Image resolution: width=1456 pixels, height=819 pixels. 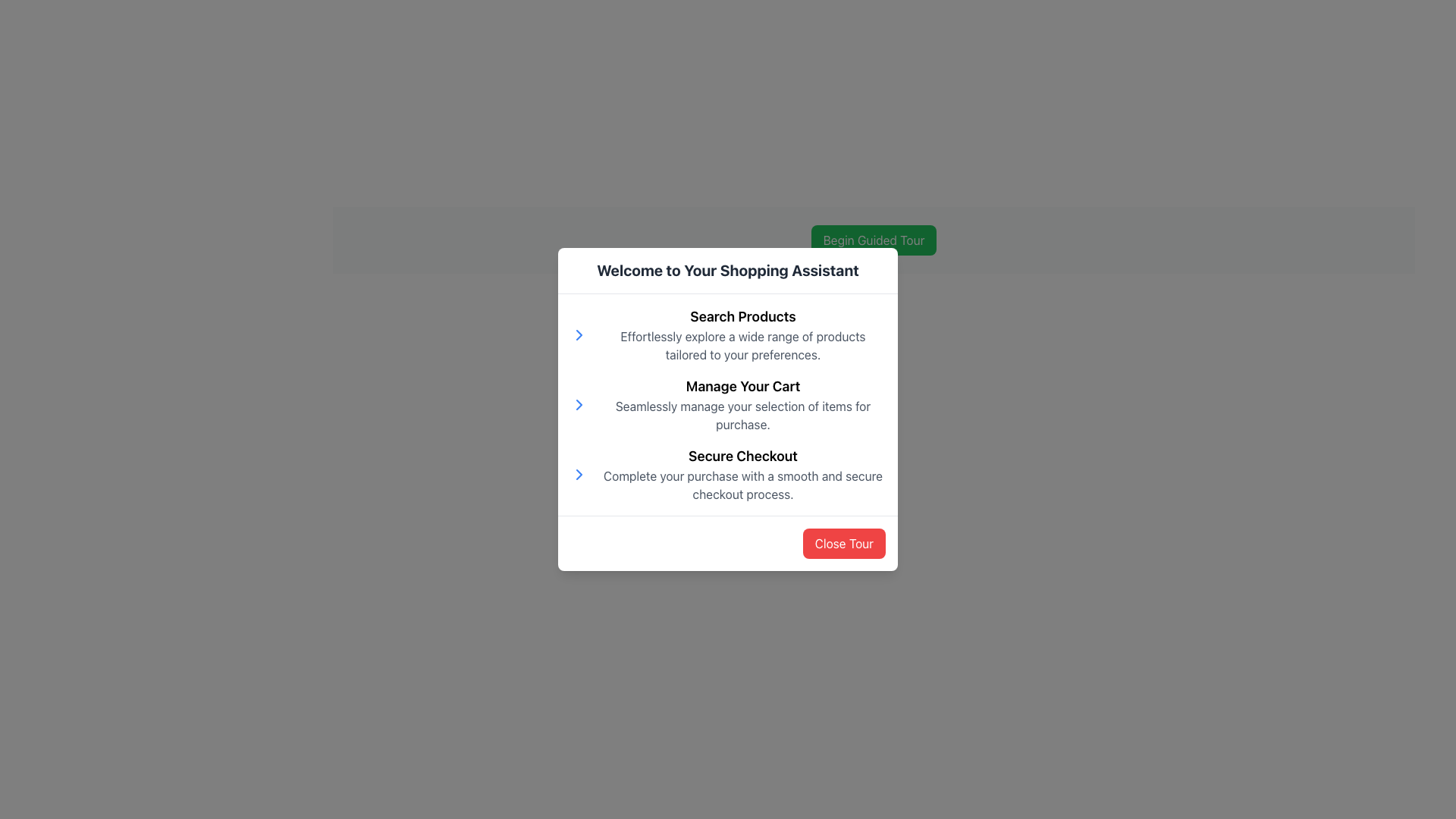 What do you see at coordinates (742, 403) in the screenshot?
I see `descriptive text in the second Text content block located in the centered dialog box, positioned below the 'Search Products' section and above the 'Secure Checkout' section` at bounding box center [742, 403].